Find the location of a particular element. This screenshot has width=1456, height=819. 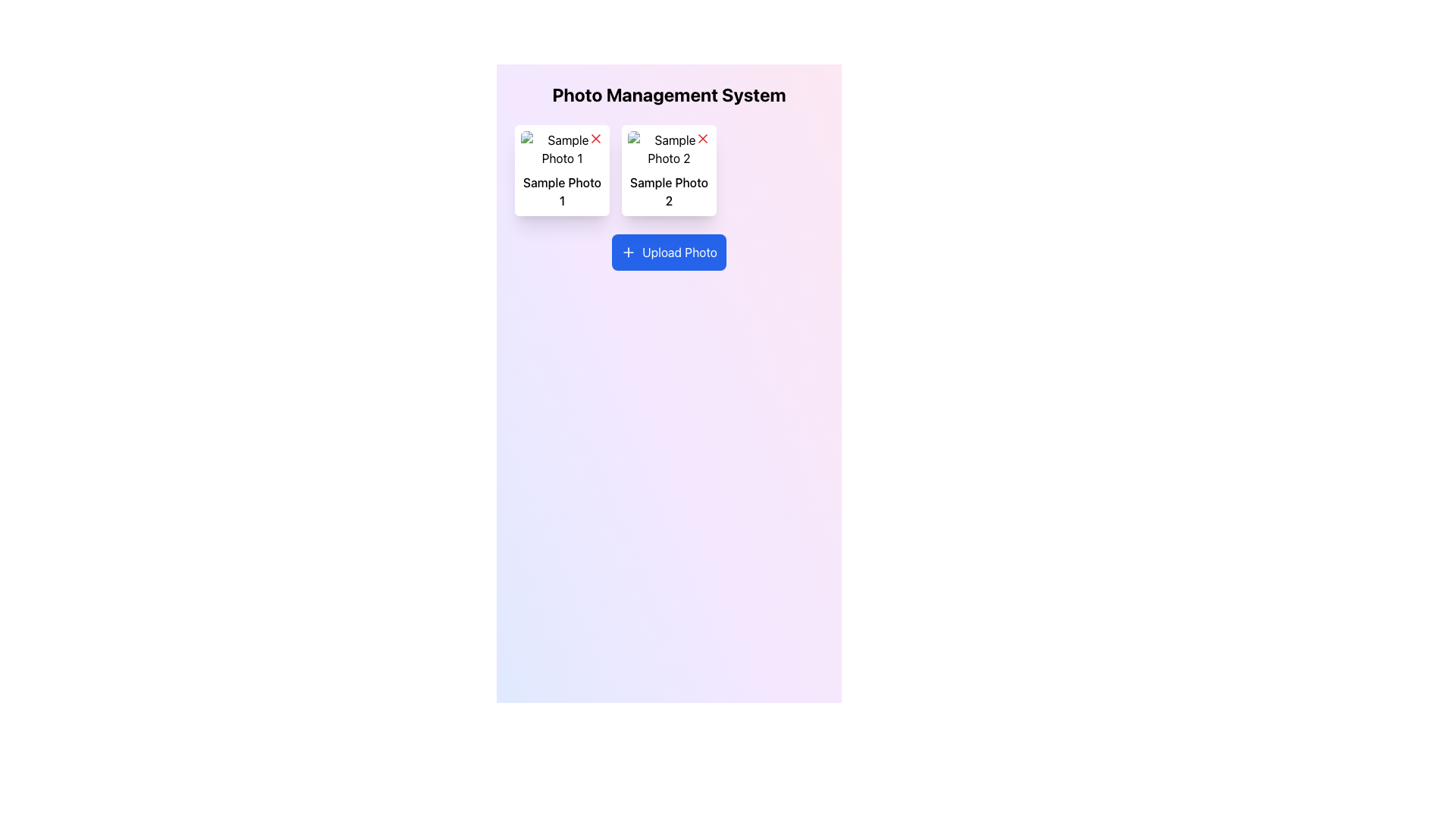

the heading labeled 'Photo Management System' which is displayed in large, bold font at the top of the interface is located at coordinates (668, 94).